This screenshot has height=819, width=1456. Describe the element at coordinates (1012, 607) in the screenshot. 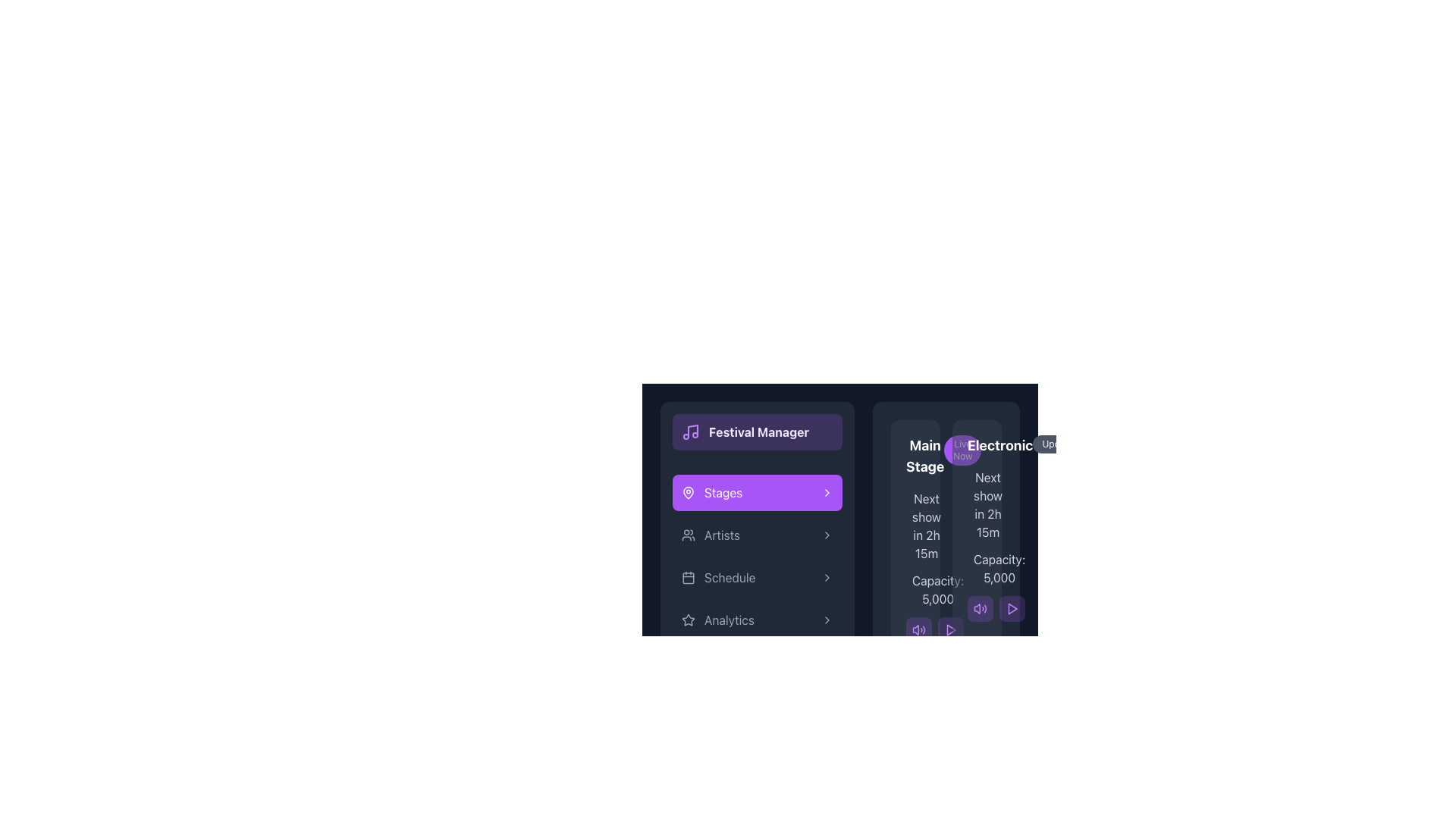

I see `the play button located at the bottom right corner of the 'Electronic' section` at that location.